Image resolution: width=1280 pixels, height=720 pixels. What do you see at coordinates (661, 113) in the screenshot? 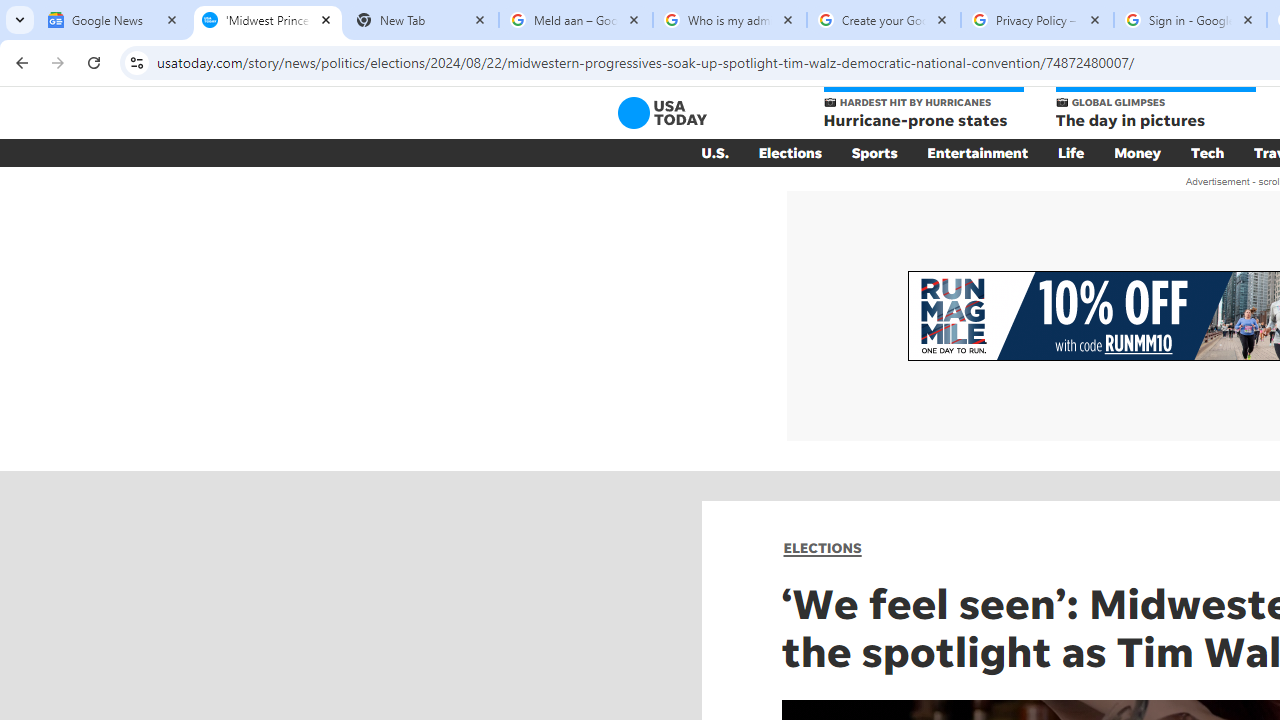
I see `'USA TODAY'` at bounding box center [661, 113].